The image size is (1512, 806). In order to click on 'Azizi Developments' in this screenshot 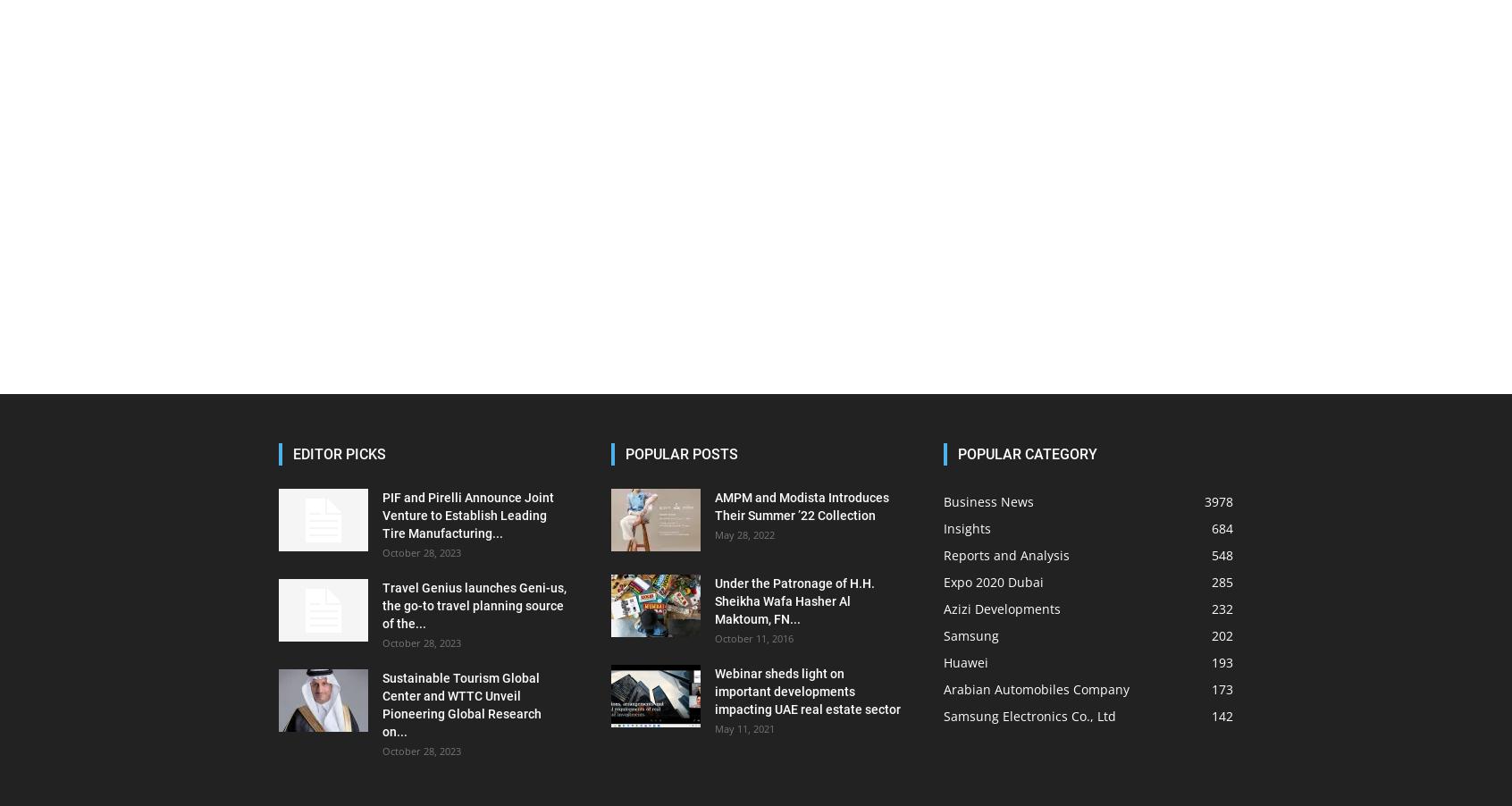, I will do `click(1002, 609)`.